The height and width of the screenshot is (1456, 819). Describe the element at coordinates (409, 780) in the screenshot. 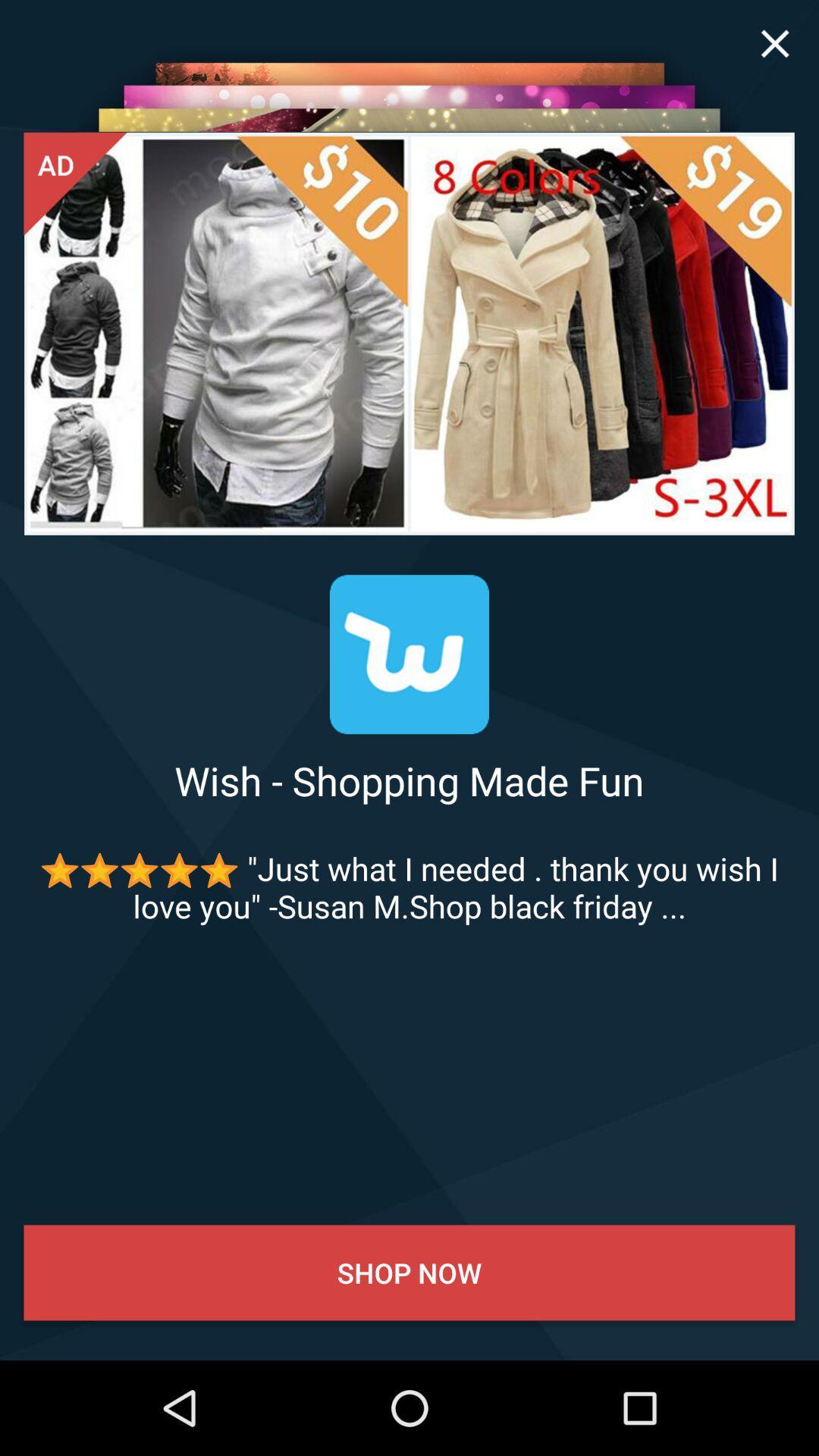

I see `wish shopping made item` at that location.